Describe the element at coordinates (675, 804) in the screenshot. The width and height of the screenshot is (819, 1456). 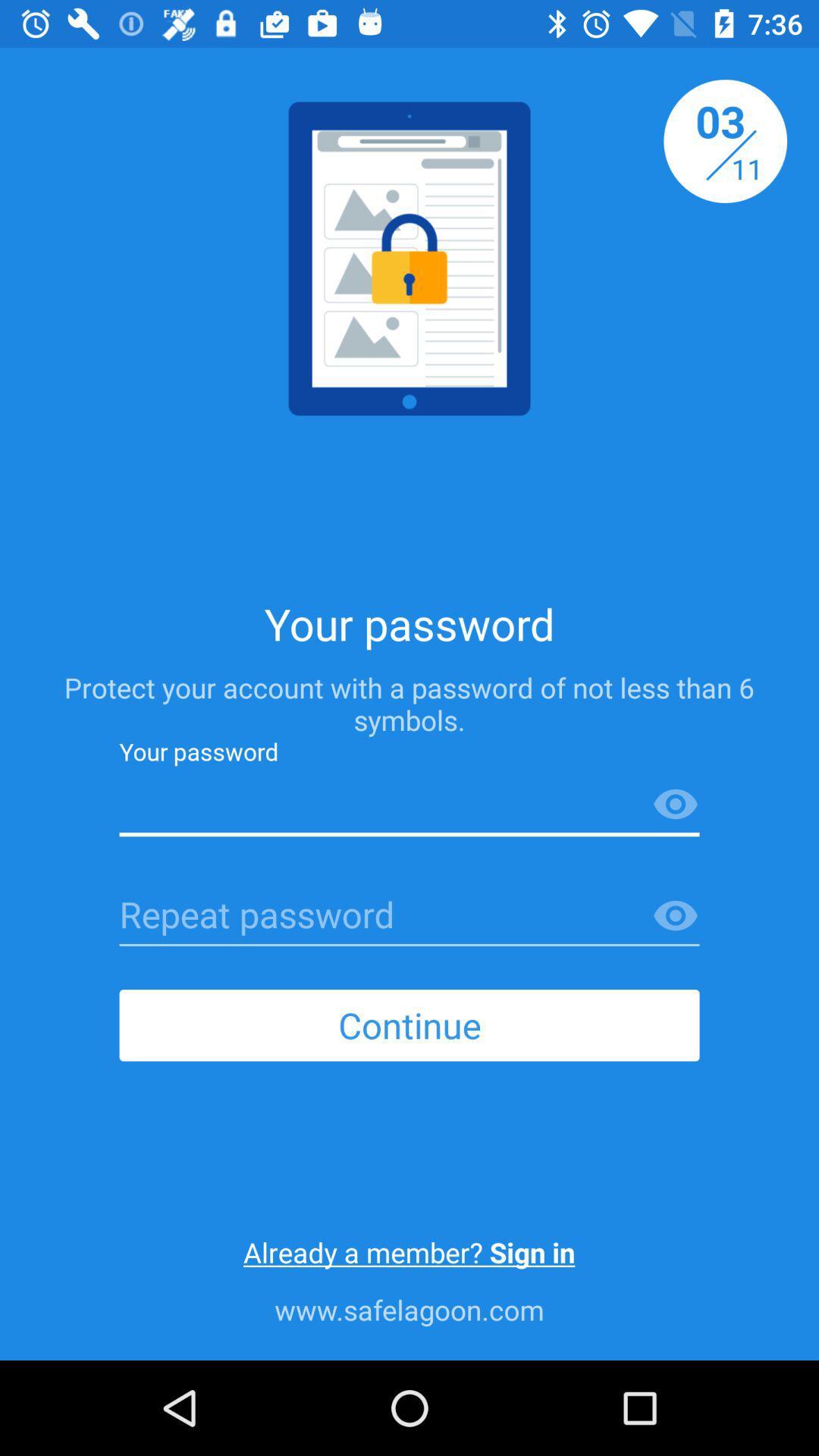
I see `show password` at that location.